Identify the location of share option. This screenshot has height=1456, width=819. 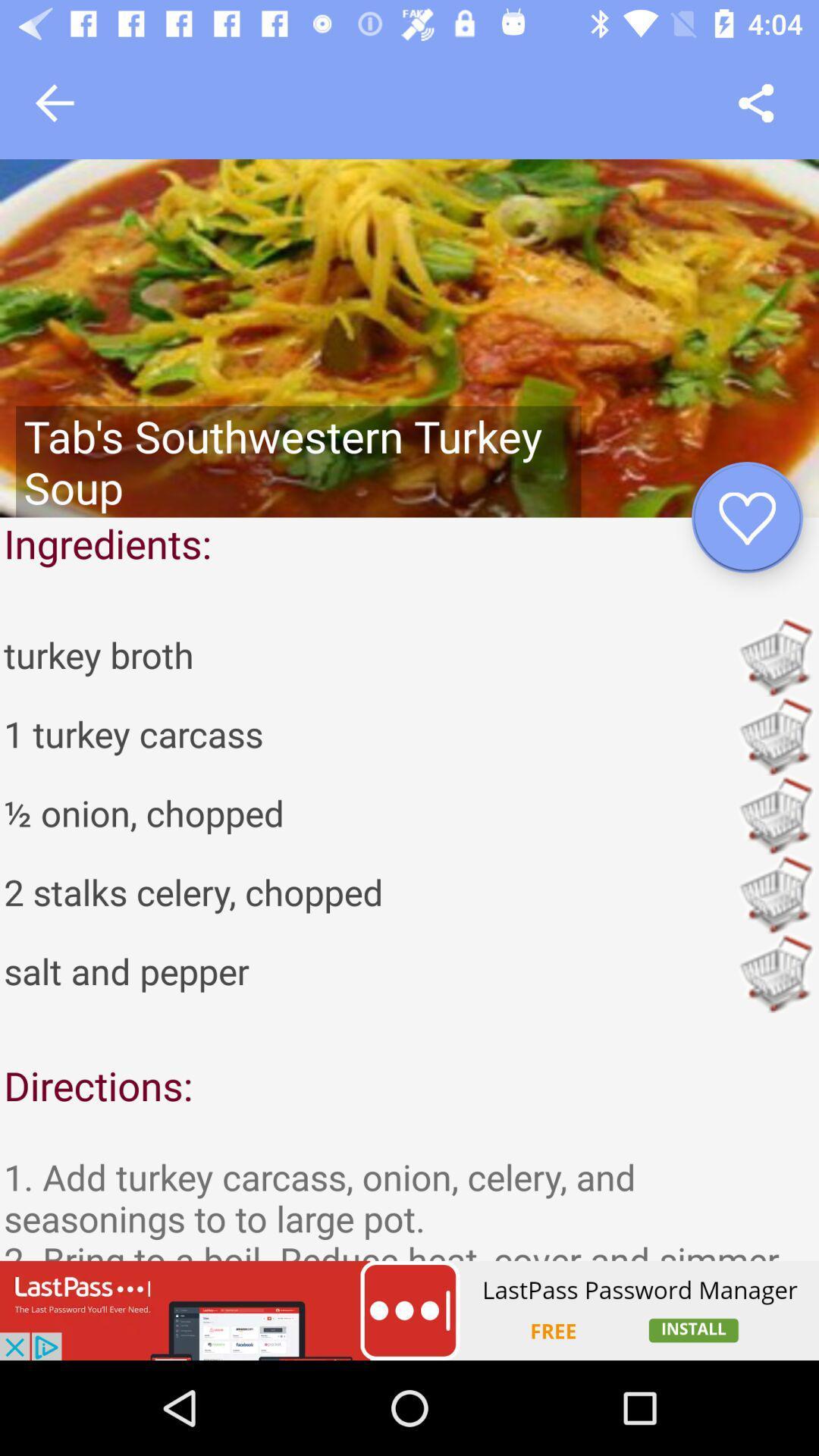
(756, 102).